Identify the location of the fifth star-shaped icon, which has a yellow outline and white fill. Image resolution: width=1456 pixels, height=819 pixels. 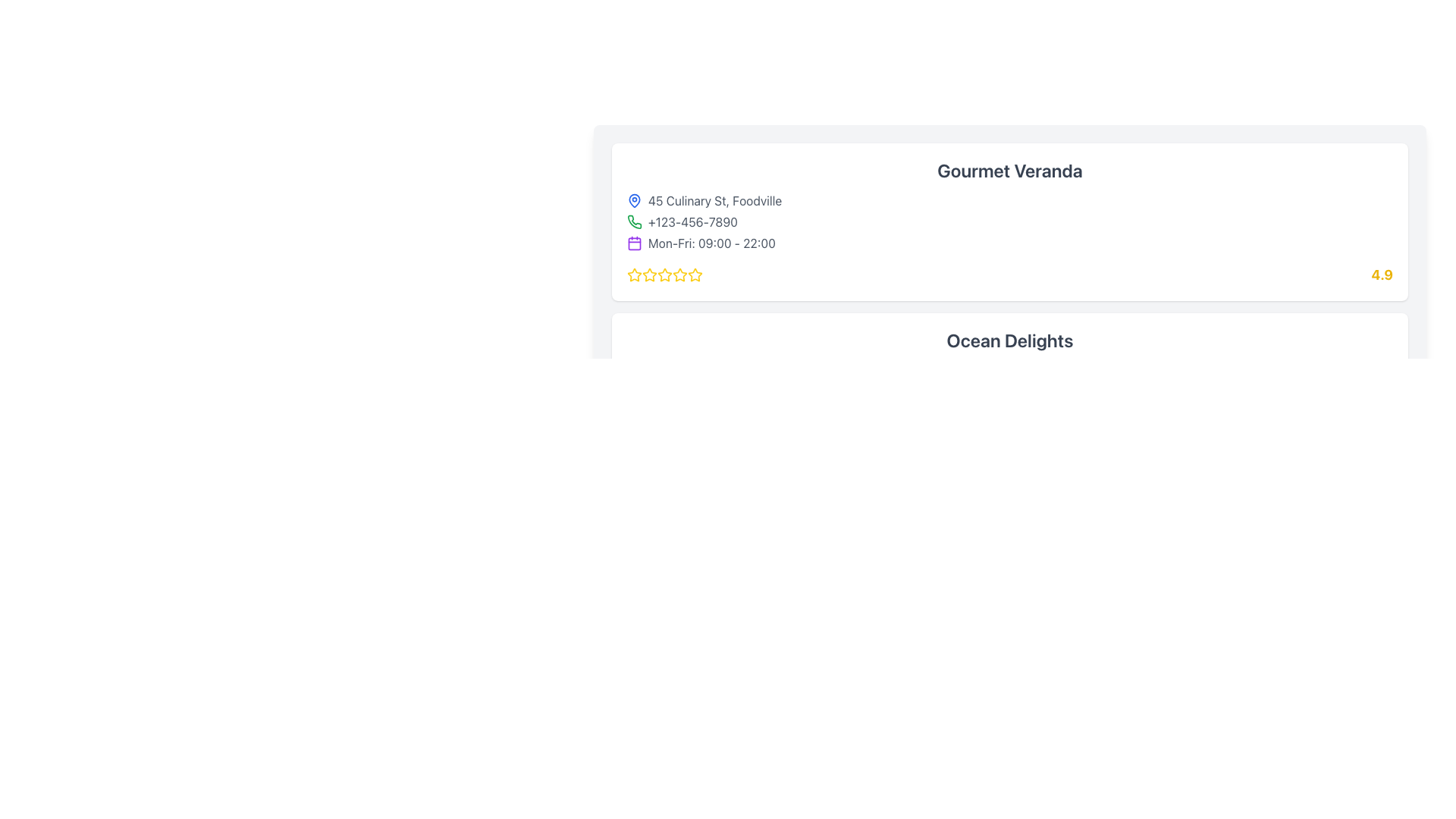
(694, 275).